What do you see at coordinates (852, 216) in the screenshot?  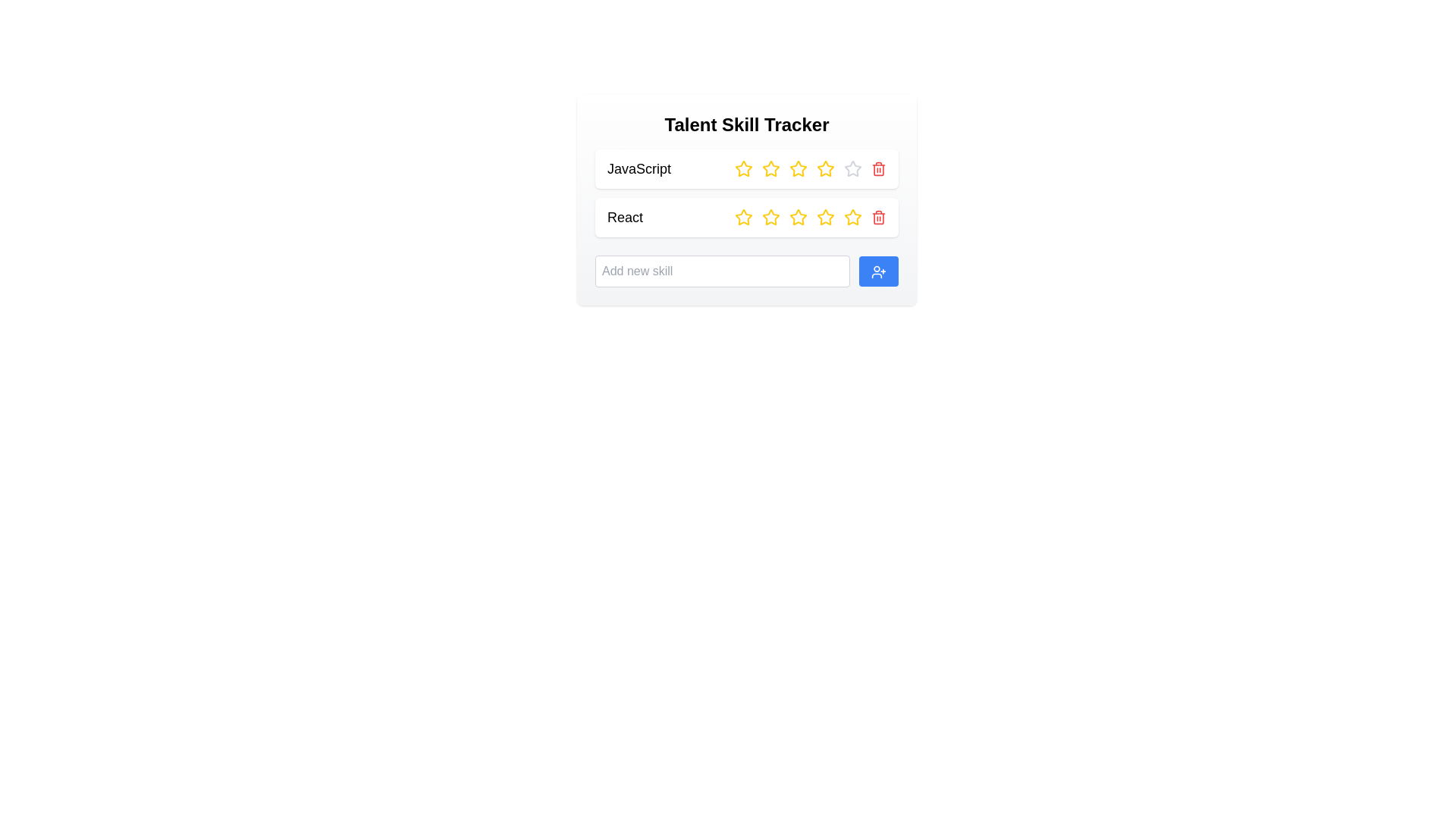 I see `the fourth Rating star icon in the 'React' skill row of the 'Talent Skill Tracker' interface to set or adjust a rating` at bounding box center [852, 216].